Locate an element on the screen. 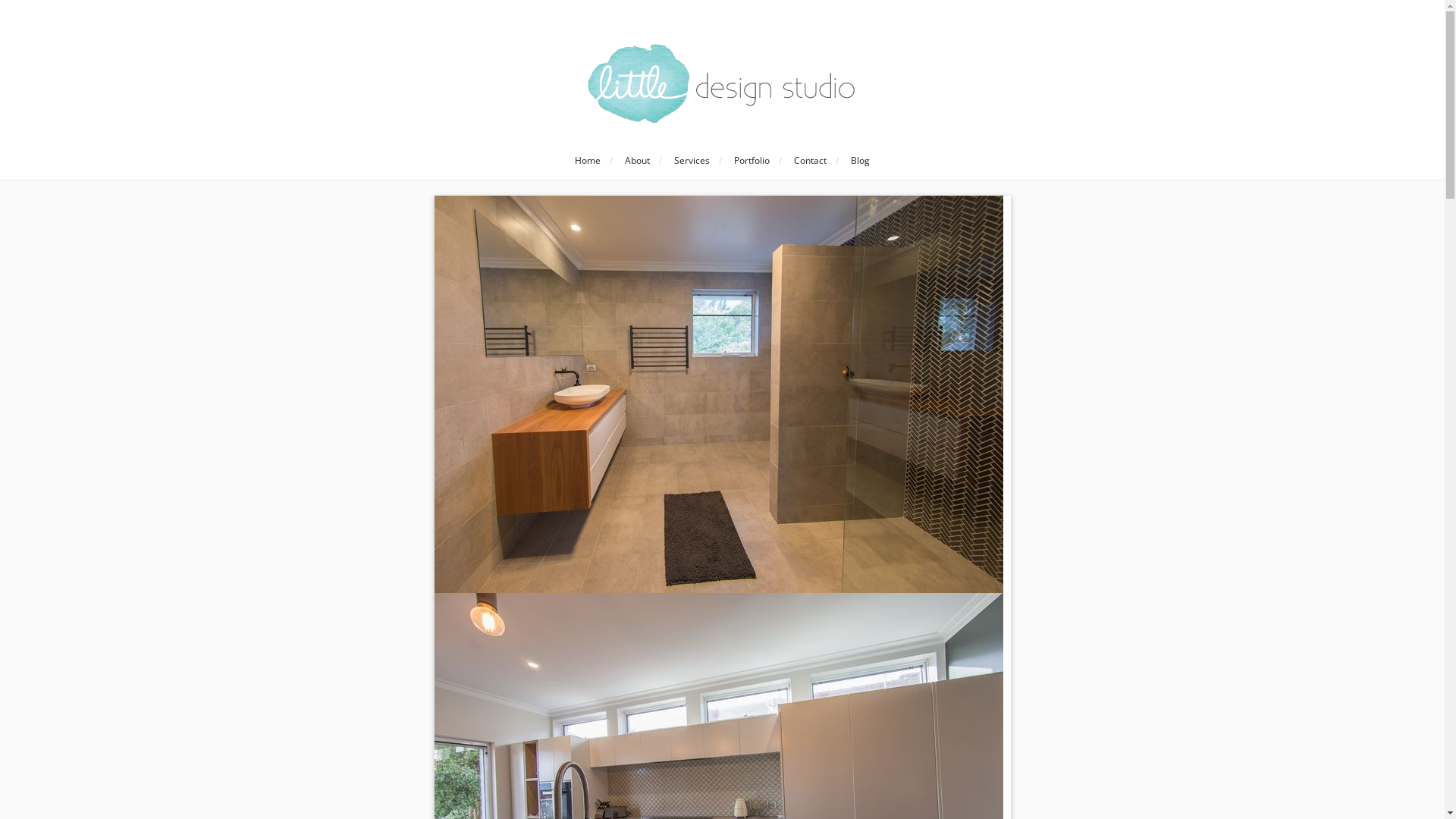  'About' is located at coordinates (637, 161).